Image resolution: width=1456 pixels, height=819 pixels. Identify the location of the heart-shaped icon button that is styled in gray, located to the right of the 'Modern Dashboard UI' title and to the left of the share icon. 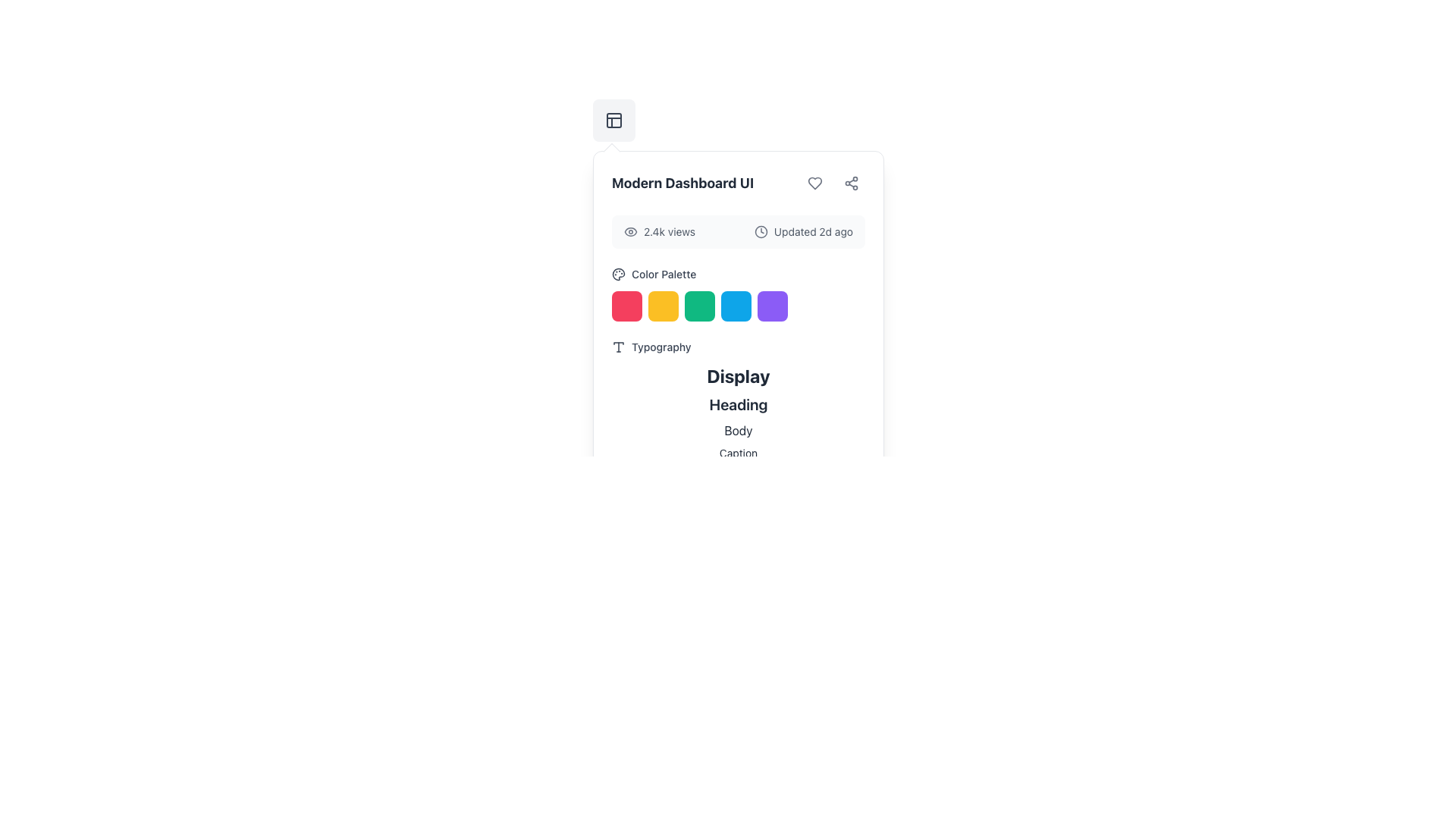
(814, 183).